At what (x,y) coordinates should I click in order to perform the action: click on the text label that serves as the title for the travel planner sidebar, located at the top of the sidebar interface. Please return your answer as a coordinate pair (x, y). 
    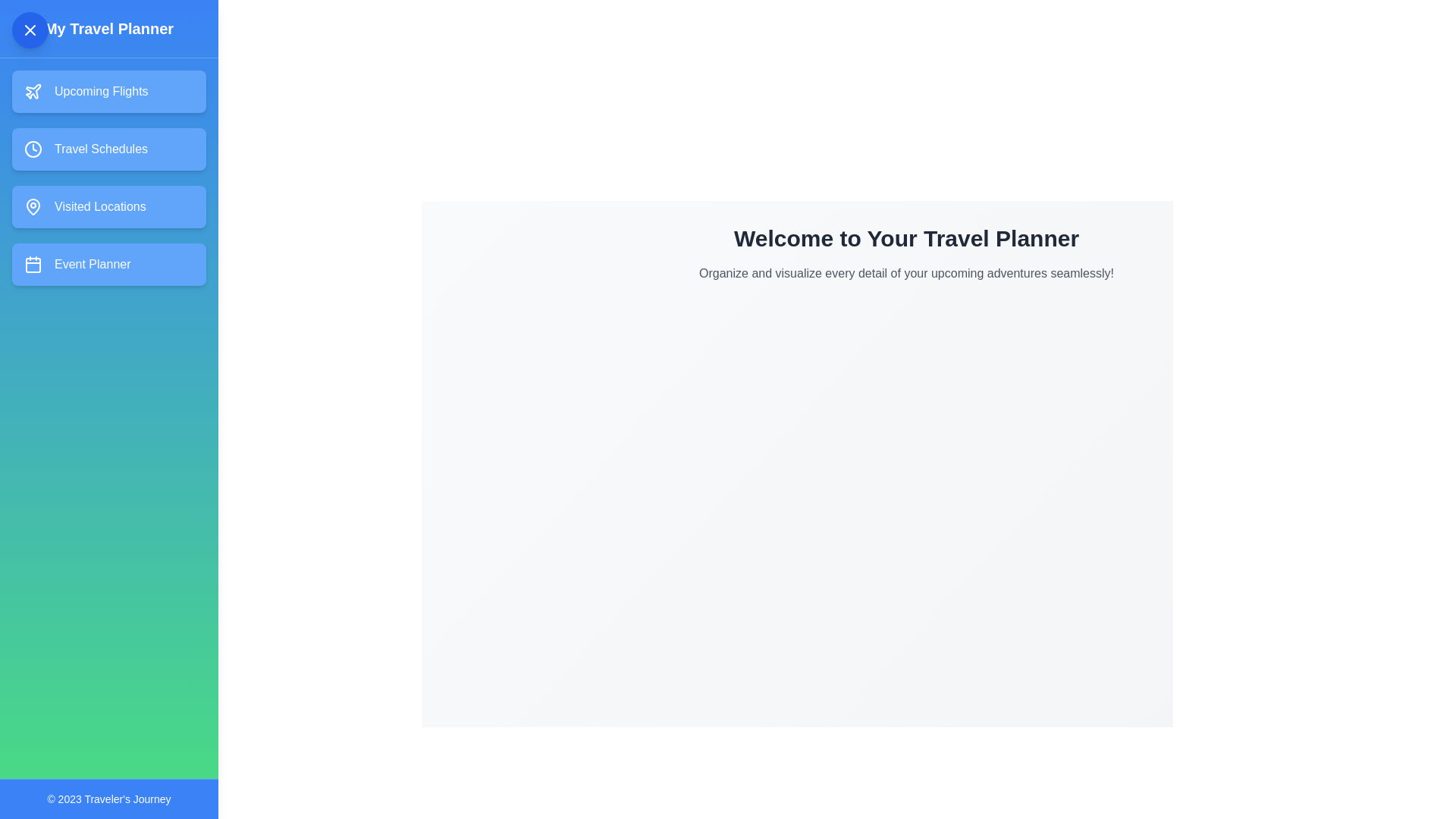
    Looking at the image, I should click on (108, 29).